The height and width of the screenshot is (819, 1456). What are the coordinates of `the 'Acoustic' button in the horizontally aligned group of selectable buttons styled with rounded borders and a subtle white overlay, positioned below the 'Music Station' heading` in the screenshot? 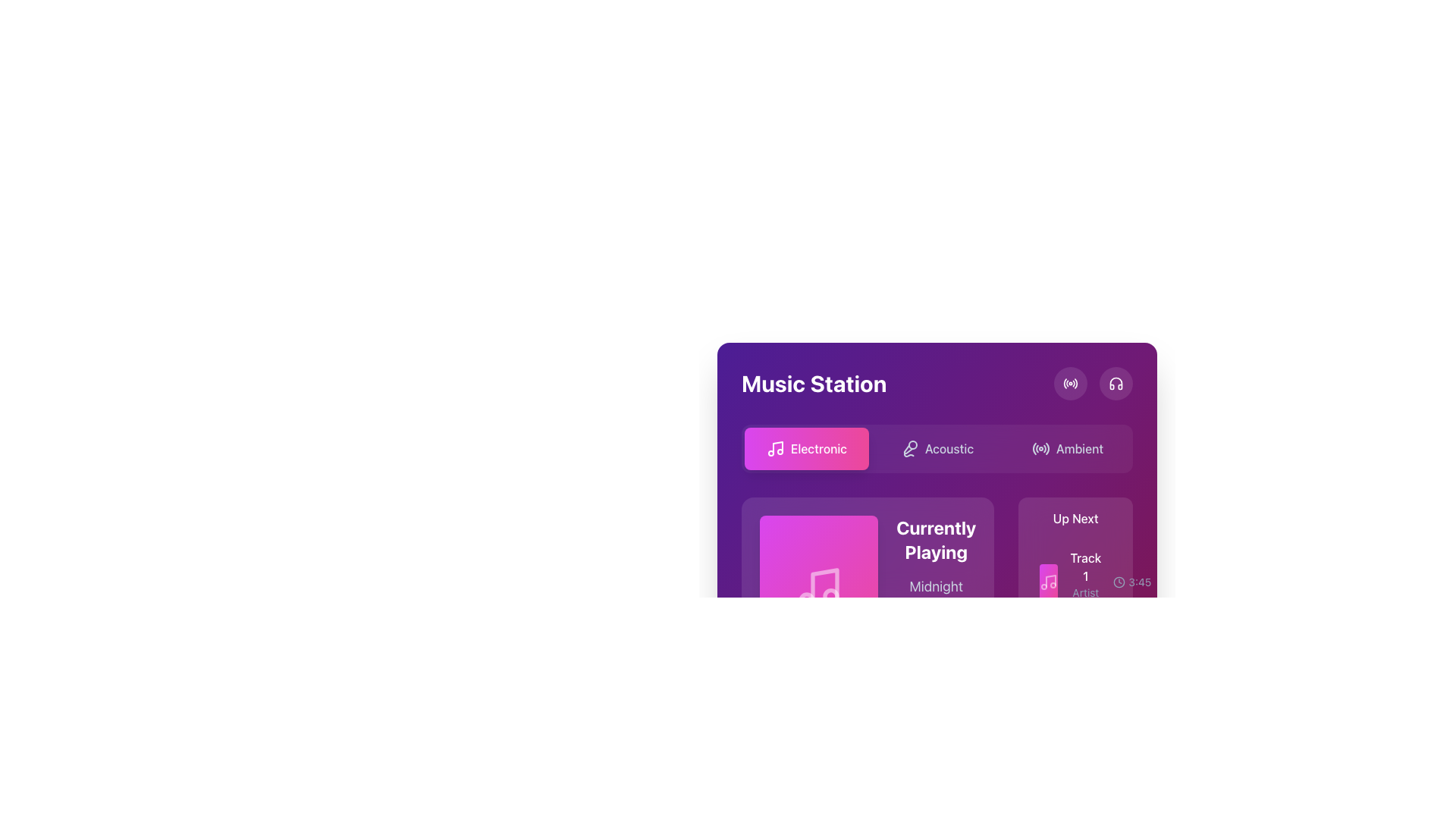 It's located at (937, 447).